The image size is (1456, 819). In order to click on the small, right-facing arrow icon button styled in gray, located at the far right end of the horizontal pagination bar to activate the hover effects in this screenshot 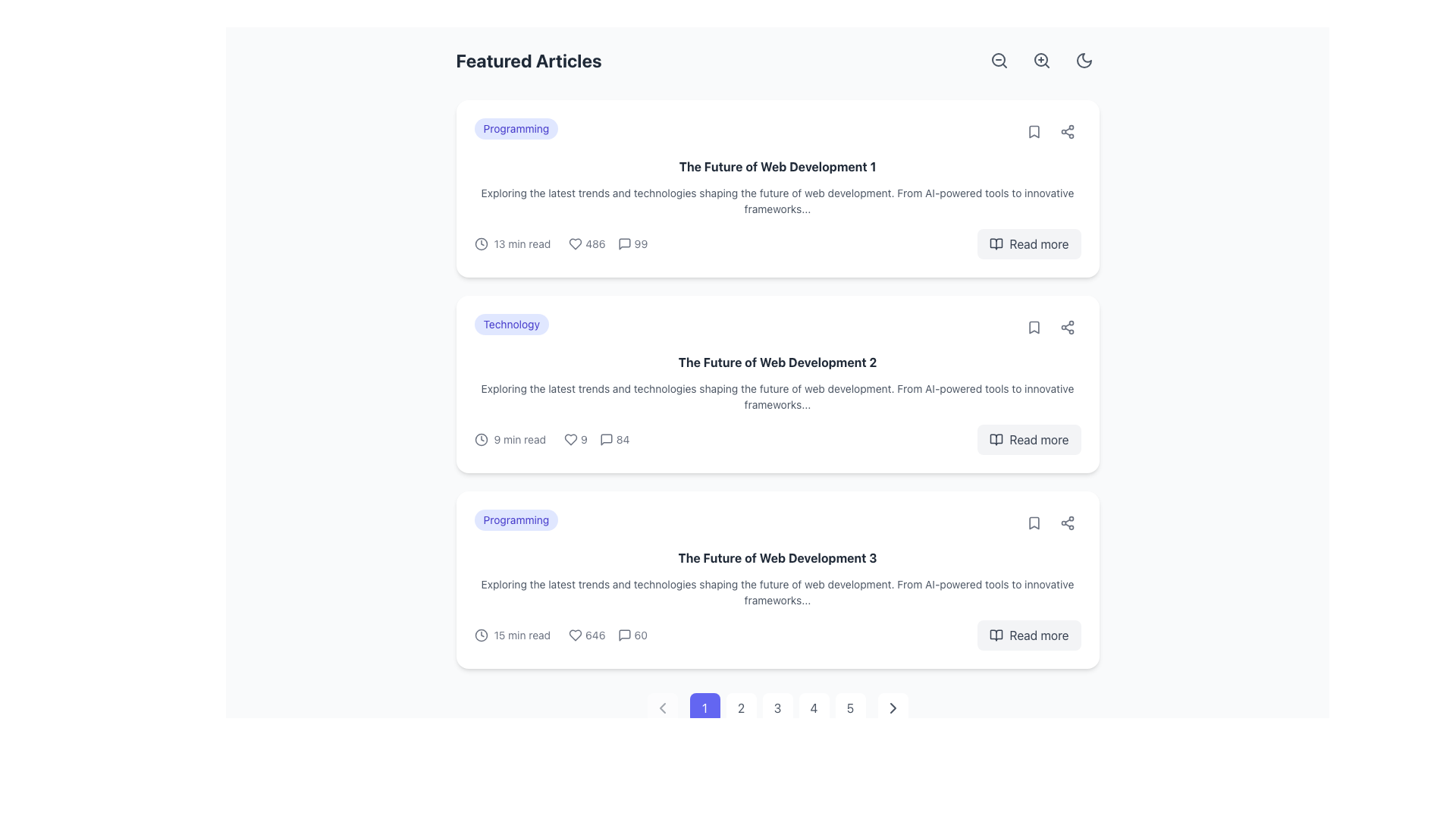, I will do `click(893, 708)`.